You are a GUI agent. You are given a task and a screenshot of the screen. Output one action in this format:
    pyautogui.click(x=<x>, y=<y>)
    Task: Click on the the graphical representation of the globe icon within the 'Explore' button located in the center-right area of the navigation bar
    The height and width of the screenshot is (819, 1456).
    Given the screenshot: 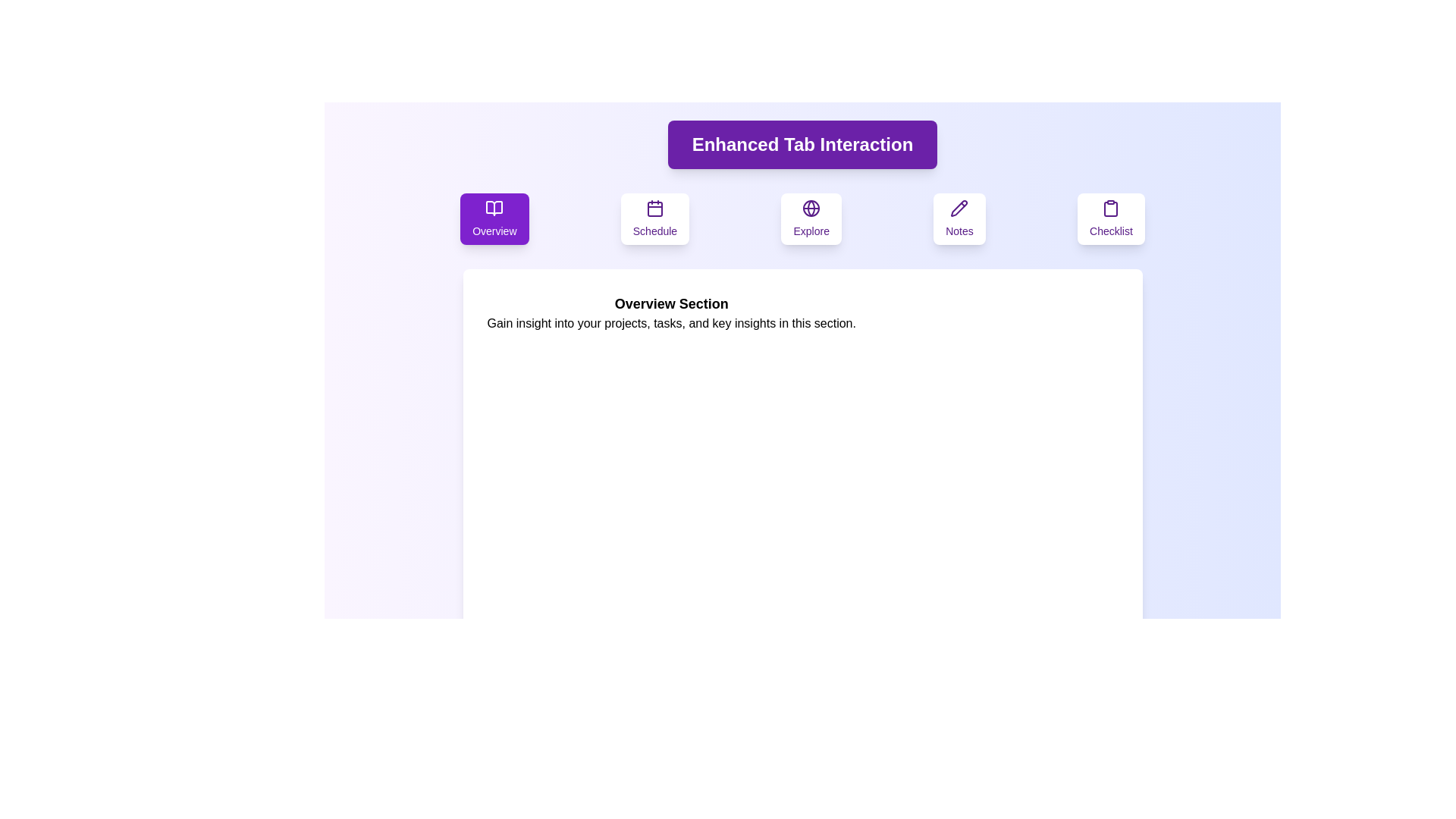 What is the action you would take?
    pyautogui.click(x=811, y=208)
    